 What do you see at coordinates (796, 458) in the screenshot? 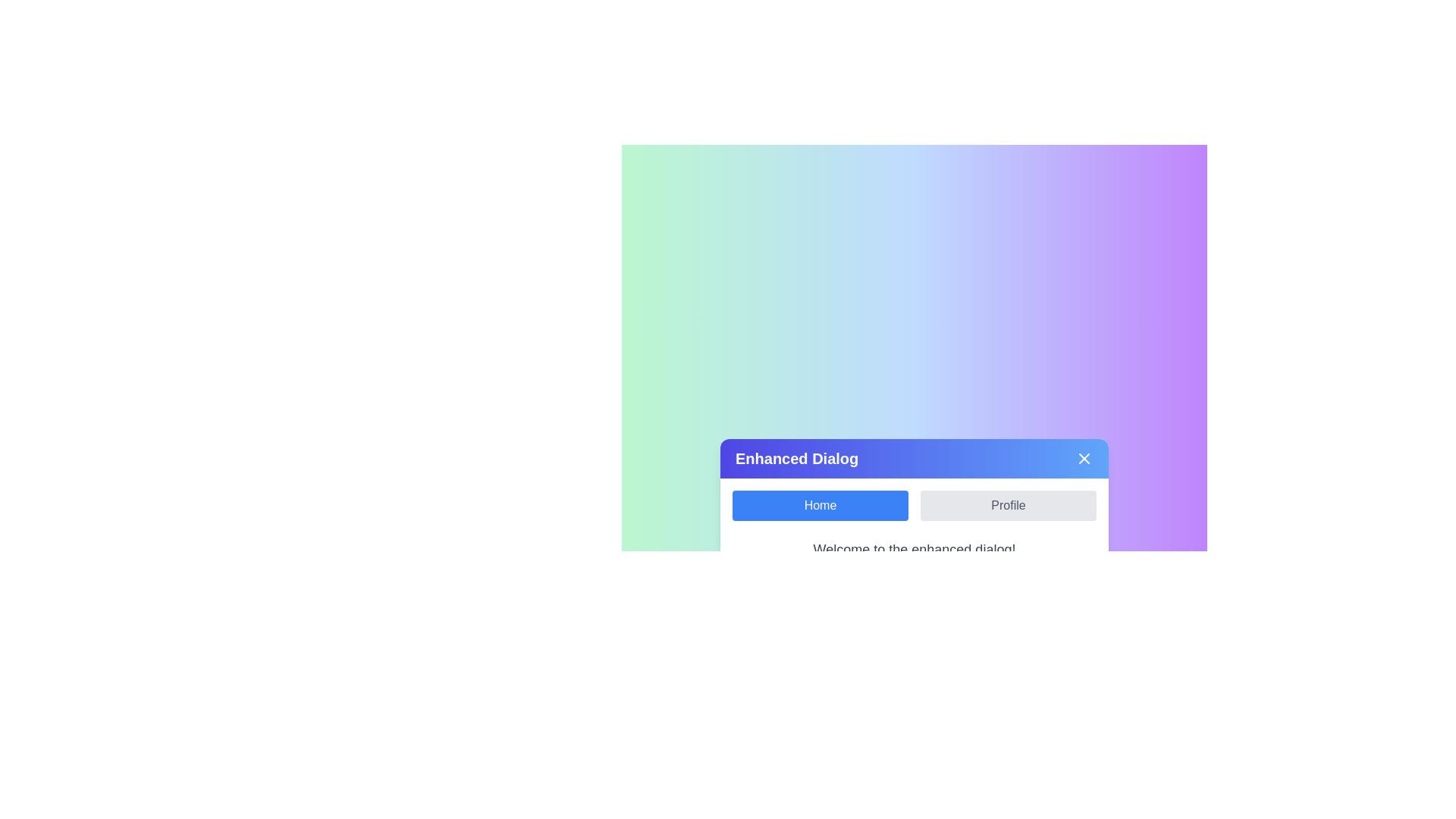
I see `the Text label at the top left of the dialog box` at bounding box center [796, 458].